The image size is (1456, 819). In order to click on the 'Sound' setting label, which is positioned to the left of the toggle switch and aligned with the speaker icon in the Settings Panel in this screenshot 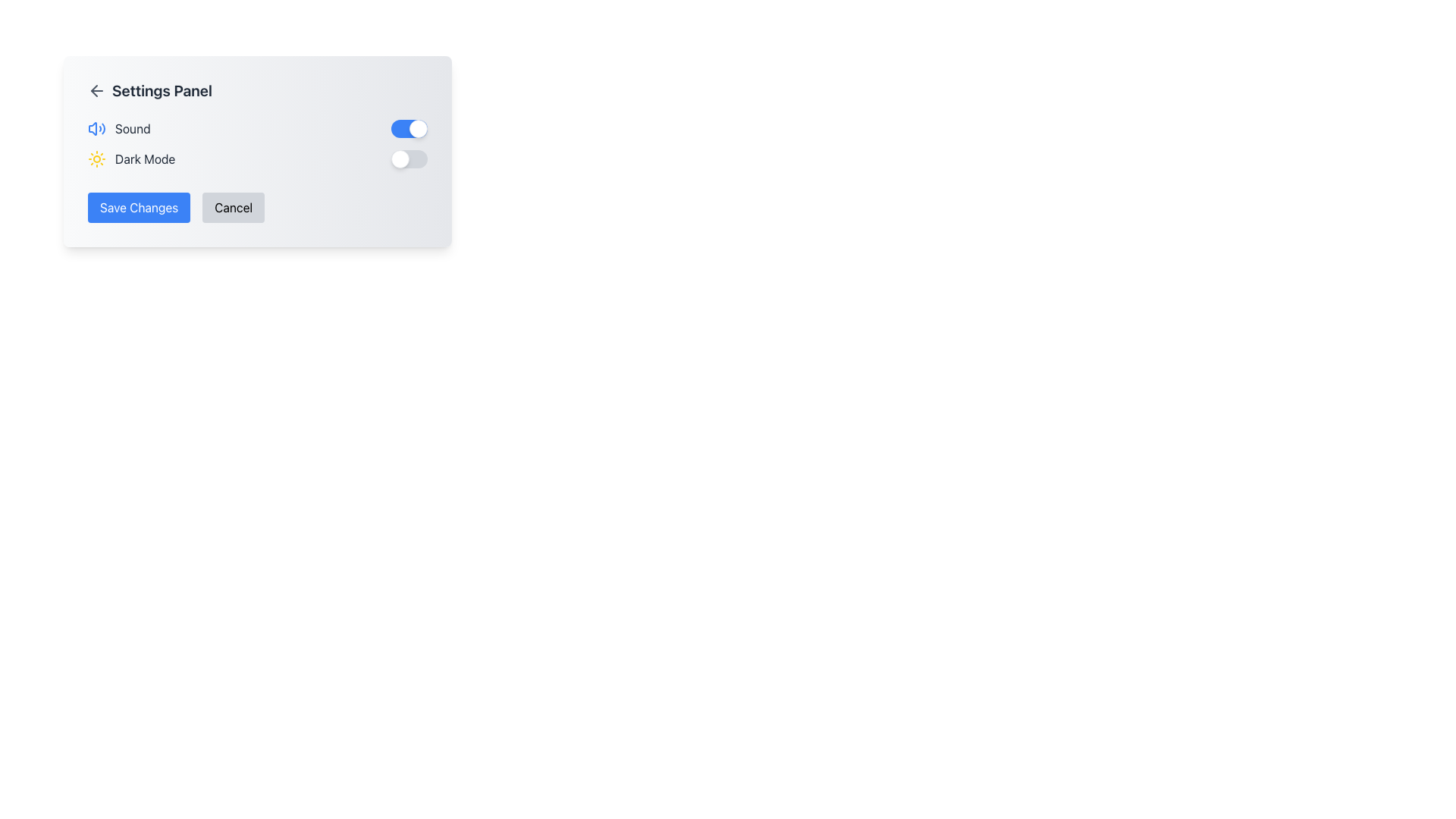, I will do `click(118, 127)`.